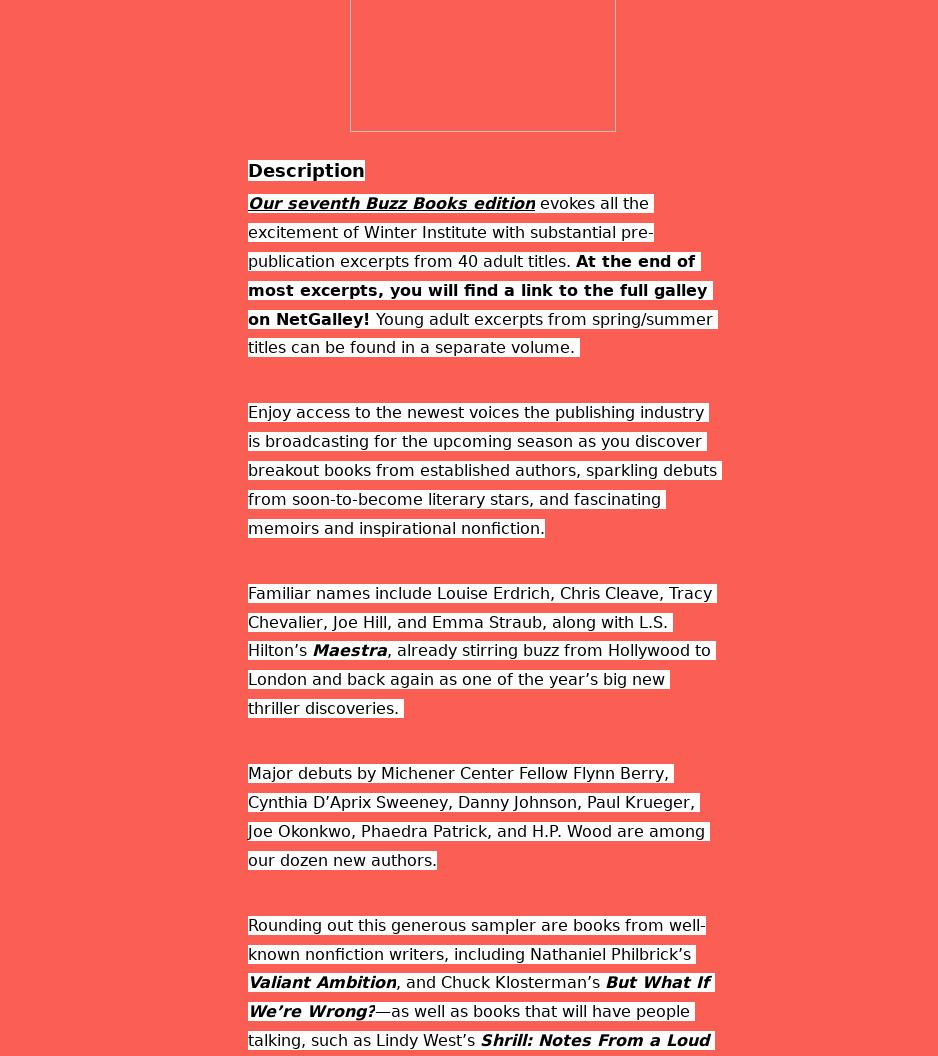 This screenshot has width=938, height=1056. I want to click on 'evokes all the excitement of Winter Institute with substantial pre-publication excerpts from 40 adult titles.', so click(247, 231).